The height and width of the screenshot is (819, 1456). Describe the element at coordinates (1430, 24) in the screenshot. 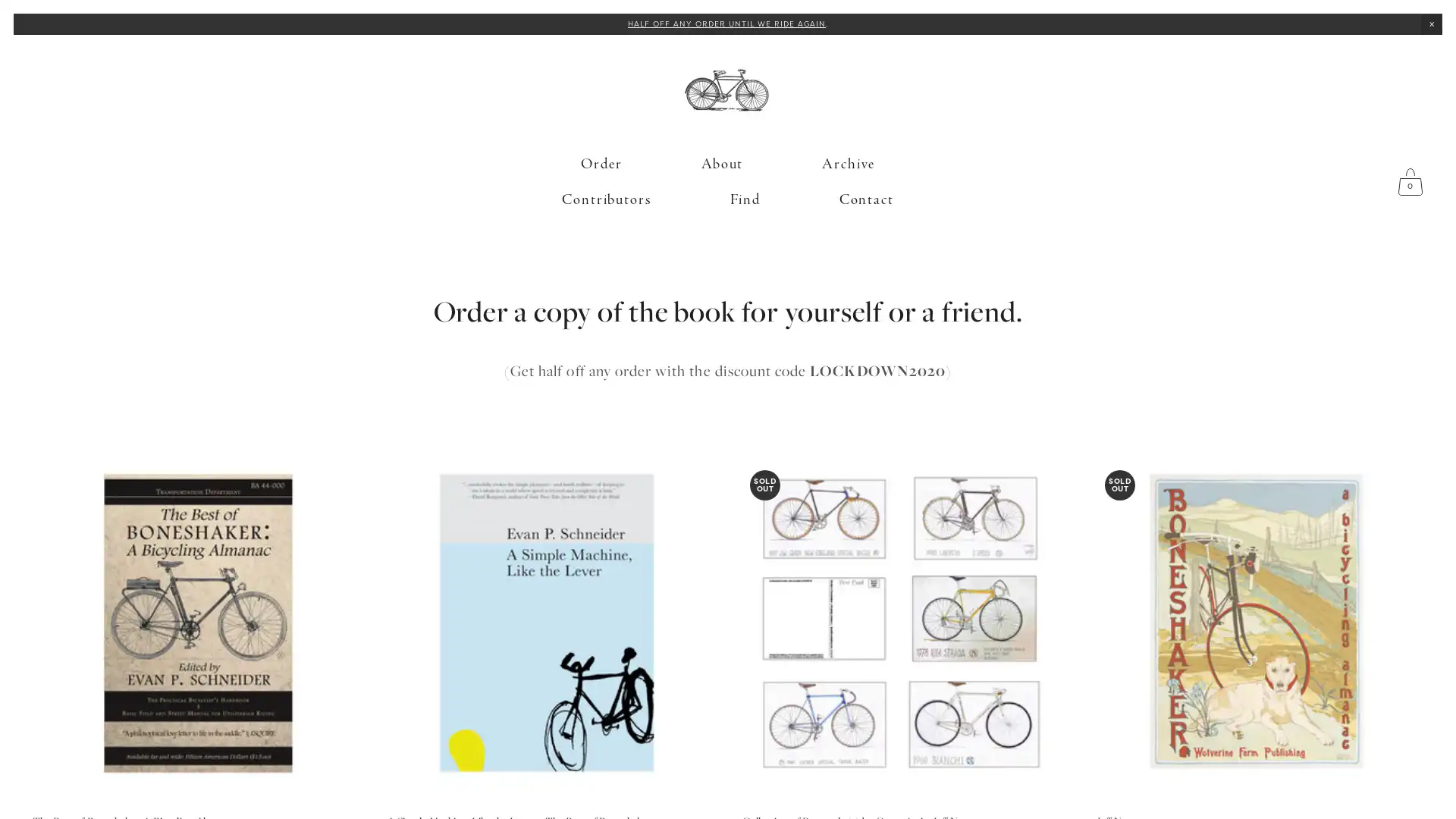

I see `Close Announcement` at that location.